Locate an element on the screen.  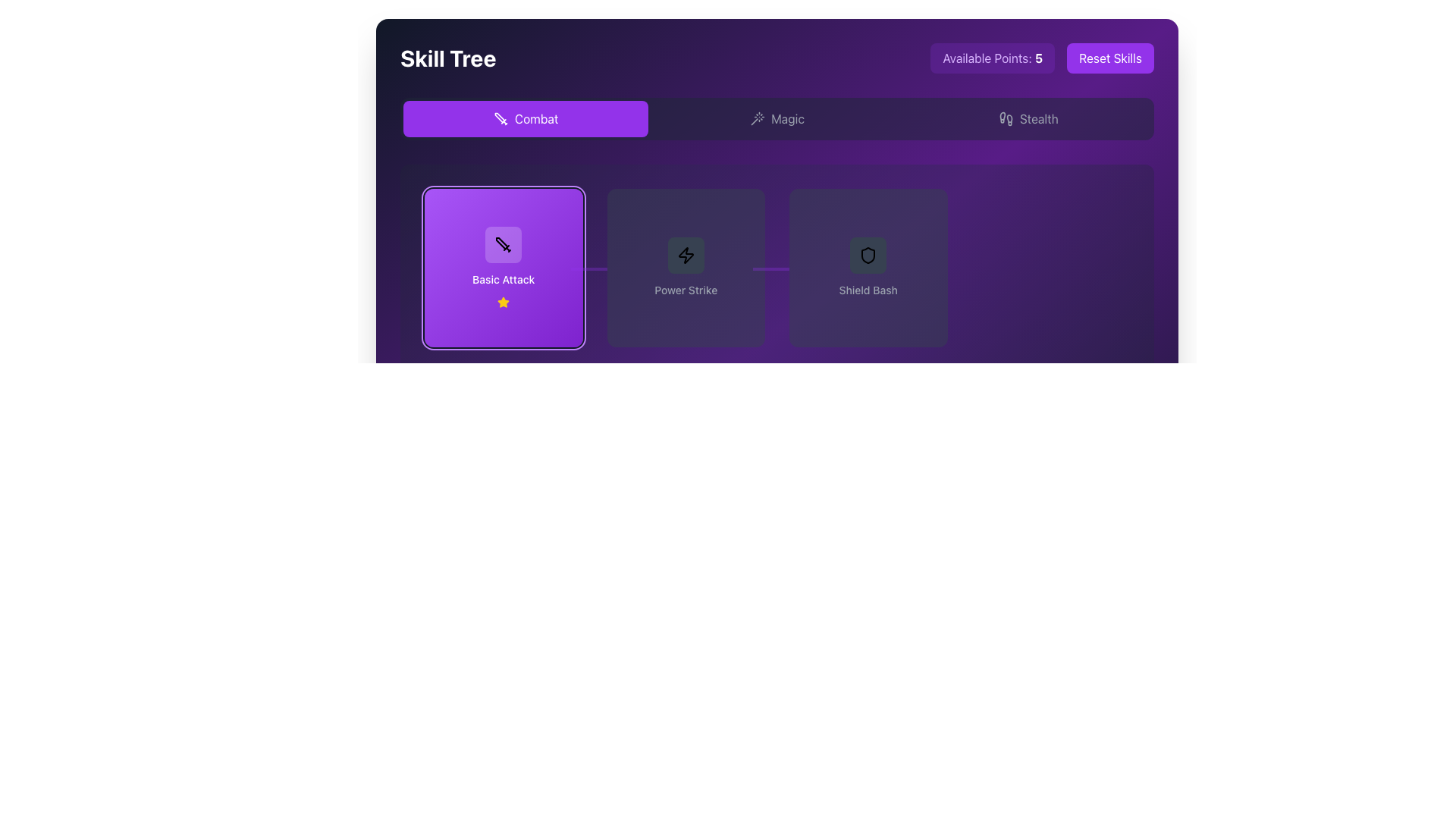
the basic attack skill icon located within the highlighted purple box labeled 'Basic Attack' in the skill tree interface is located at coordinates (504, 244).